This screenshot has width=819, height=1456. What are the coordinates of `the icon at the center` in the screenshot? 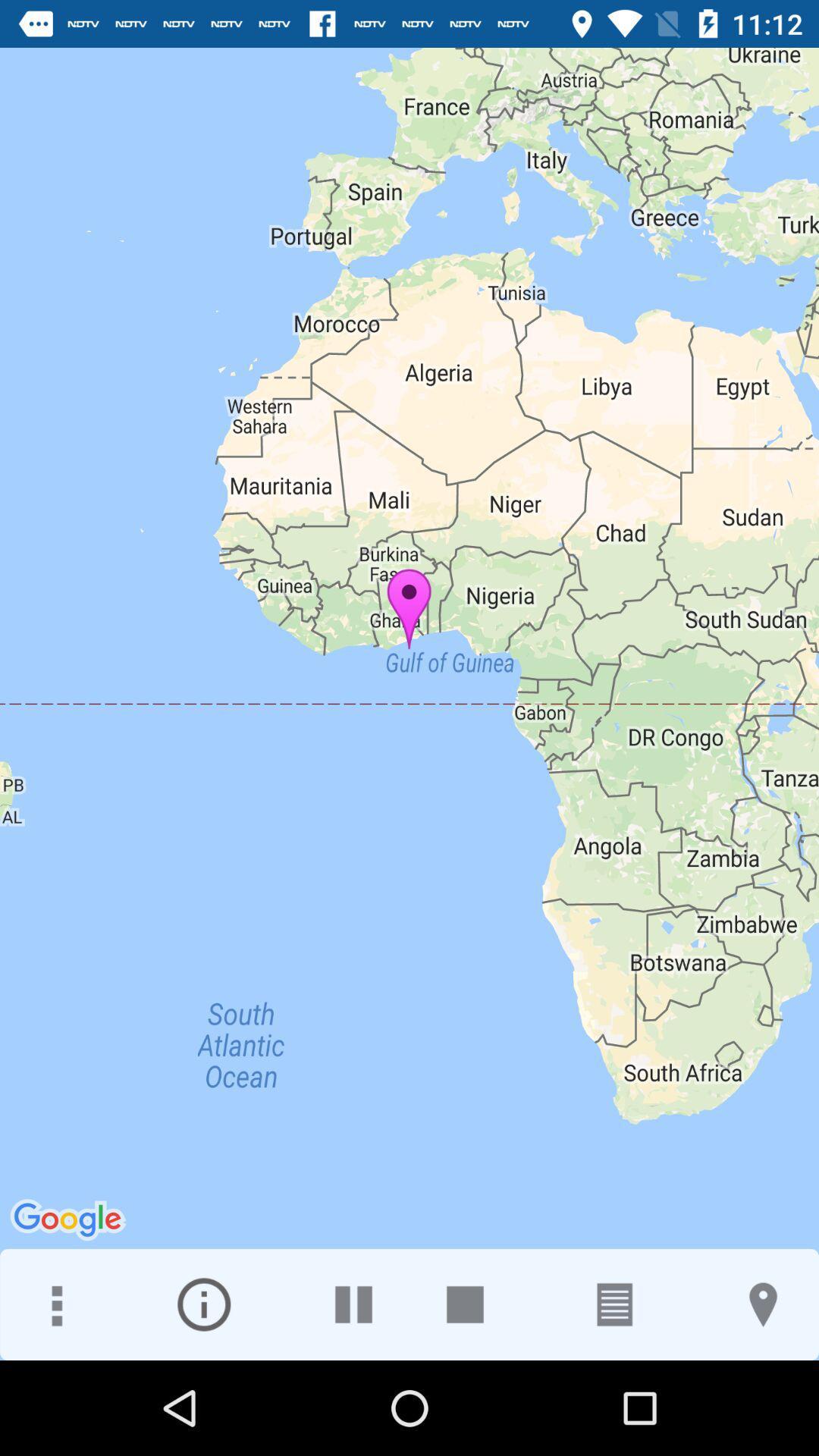 It's located at (409, 703).